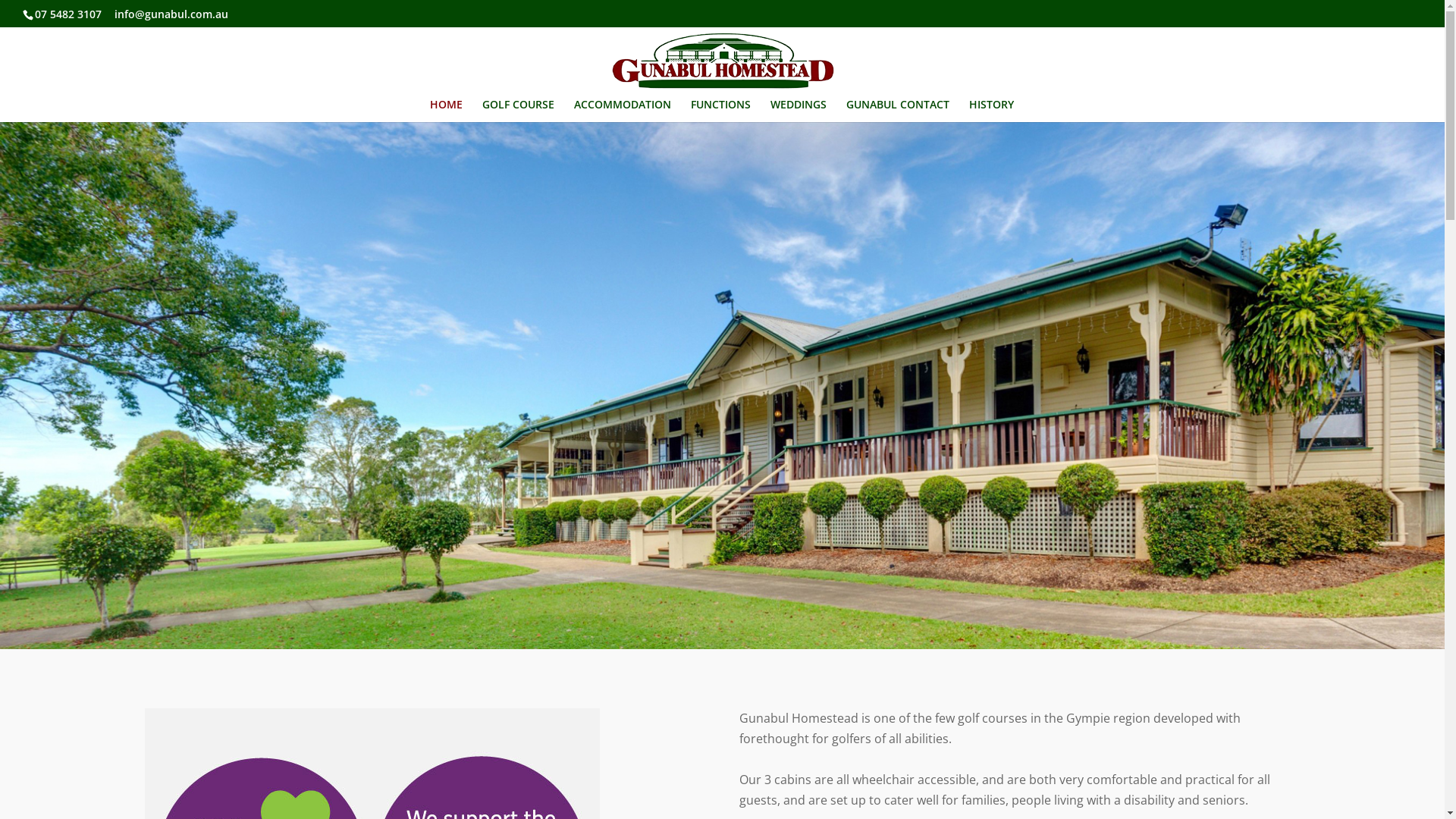  I want to click on 'WEDDINGS', so click(797, 110).